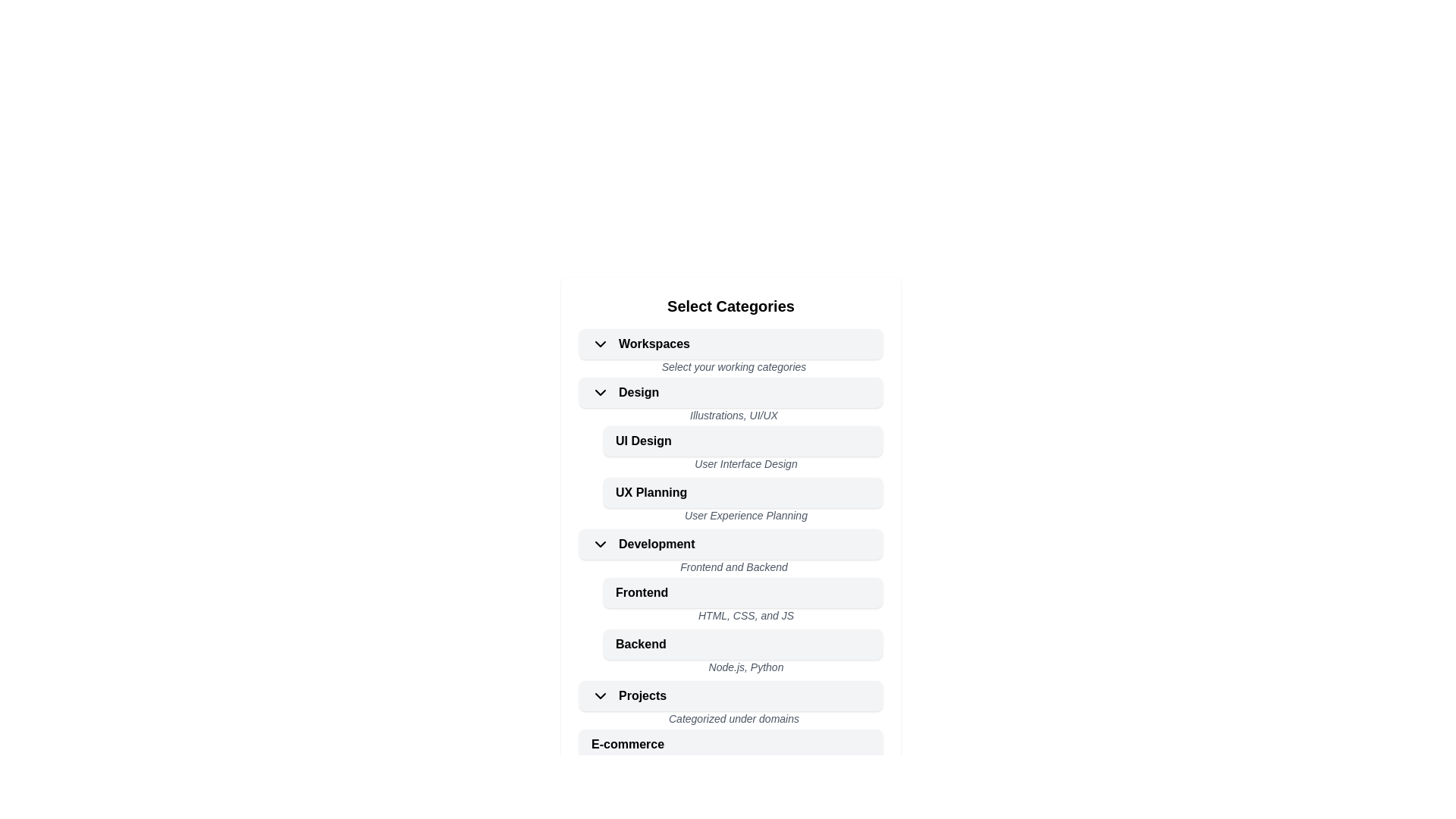 The height and width of the screenshot is (819, 1456). What do you see at coordinates (604, 344) in the screenshot?
I see `the icon that toggles the 'Workspaces' section` at bounding box center [604, 344].